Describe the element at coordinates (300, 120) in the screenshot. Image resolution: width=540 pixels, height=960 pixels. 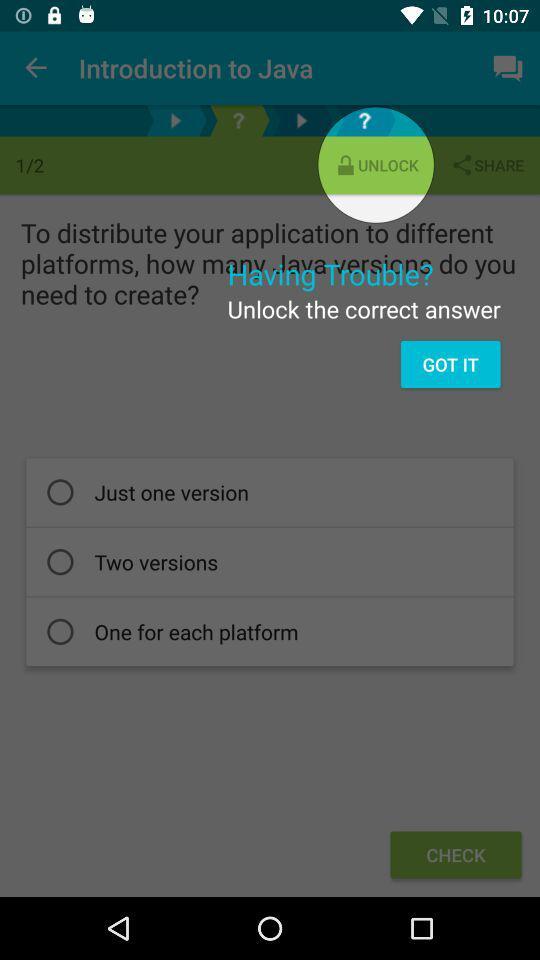
I see `go the next page` at that location.